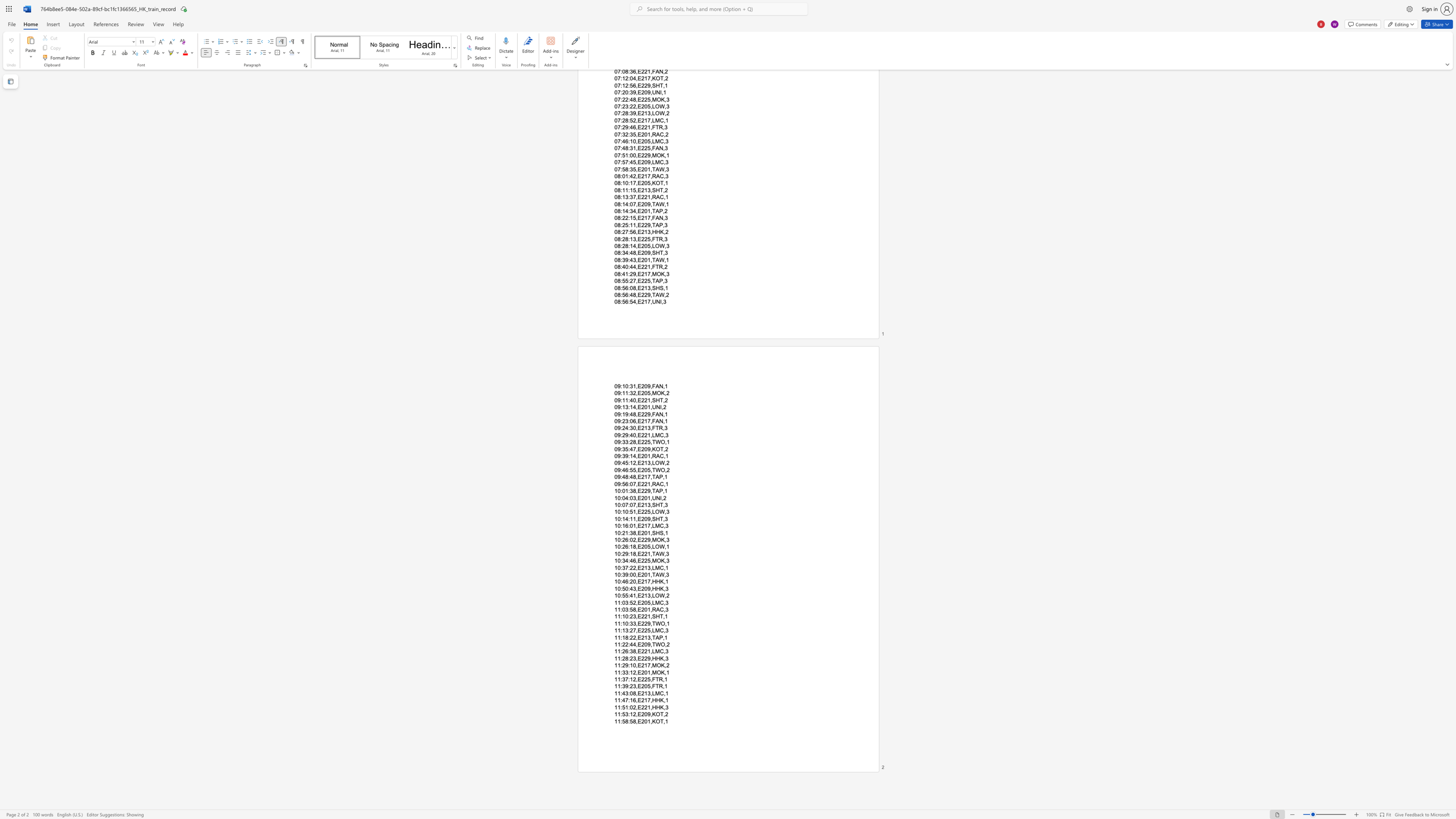  Describe the element at coordinates (619, 693) in the screenshot. I see `the space between the continuous character "1" and ":" in the text` at that location.